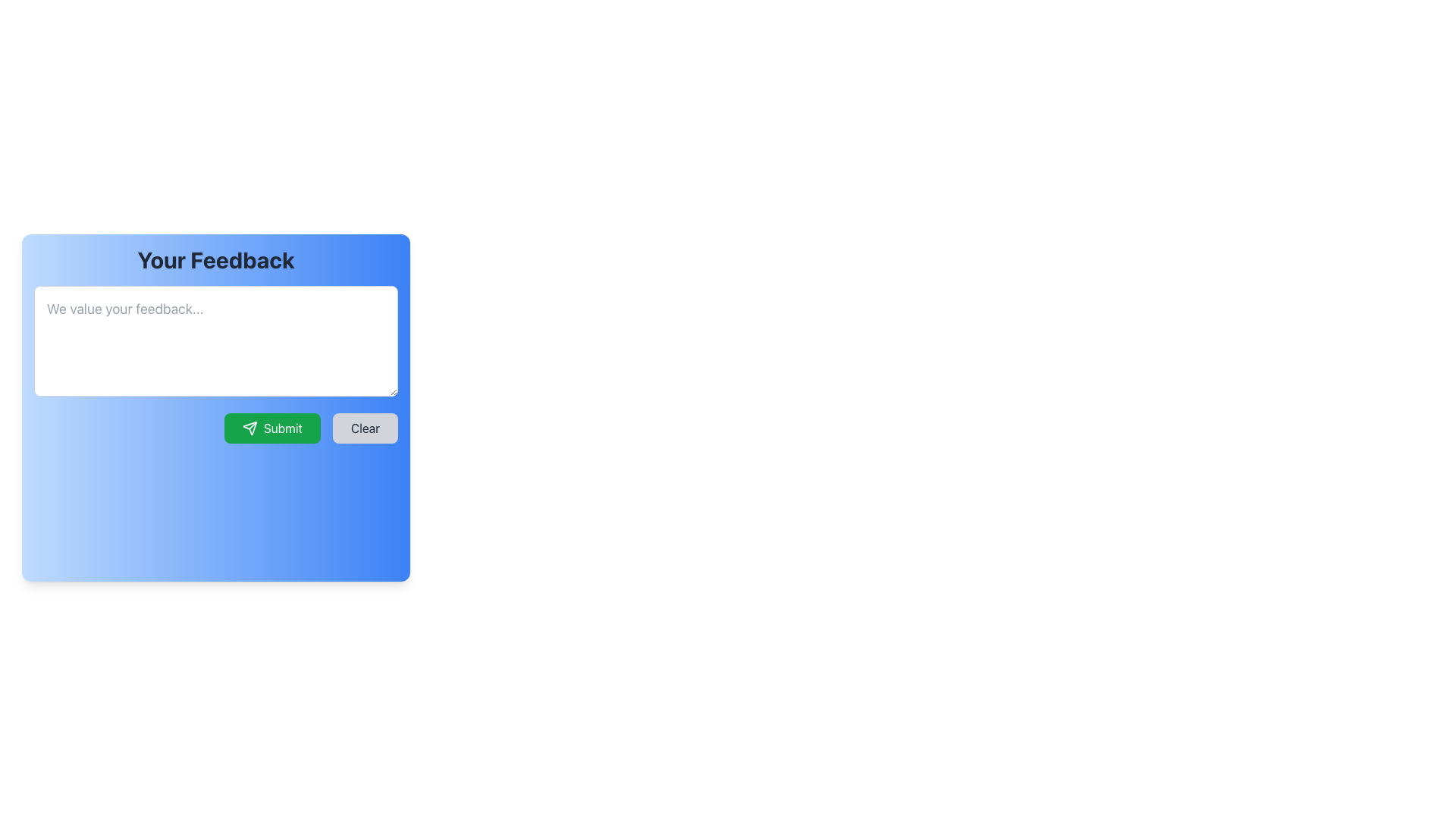 The width and height of the screenshot is (1456, 819). Describe the element at coordinates (249, 428) in the screenshot. I see `the arrow icon within the green 'Submit' button located at the bottom-left of the feedback form, which visually indicates the action of submitting the form` at that location.